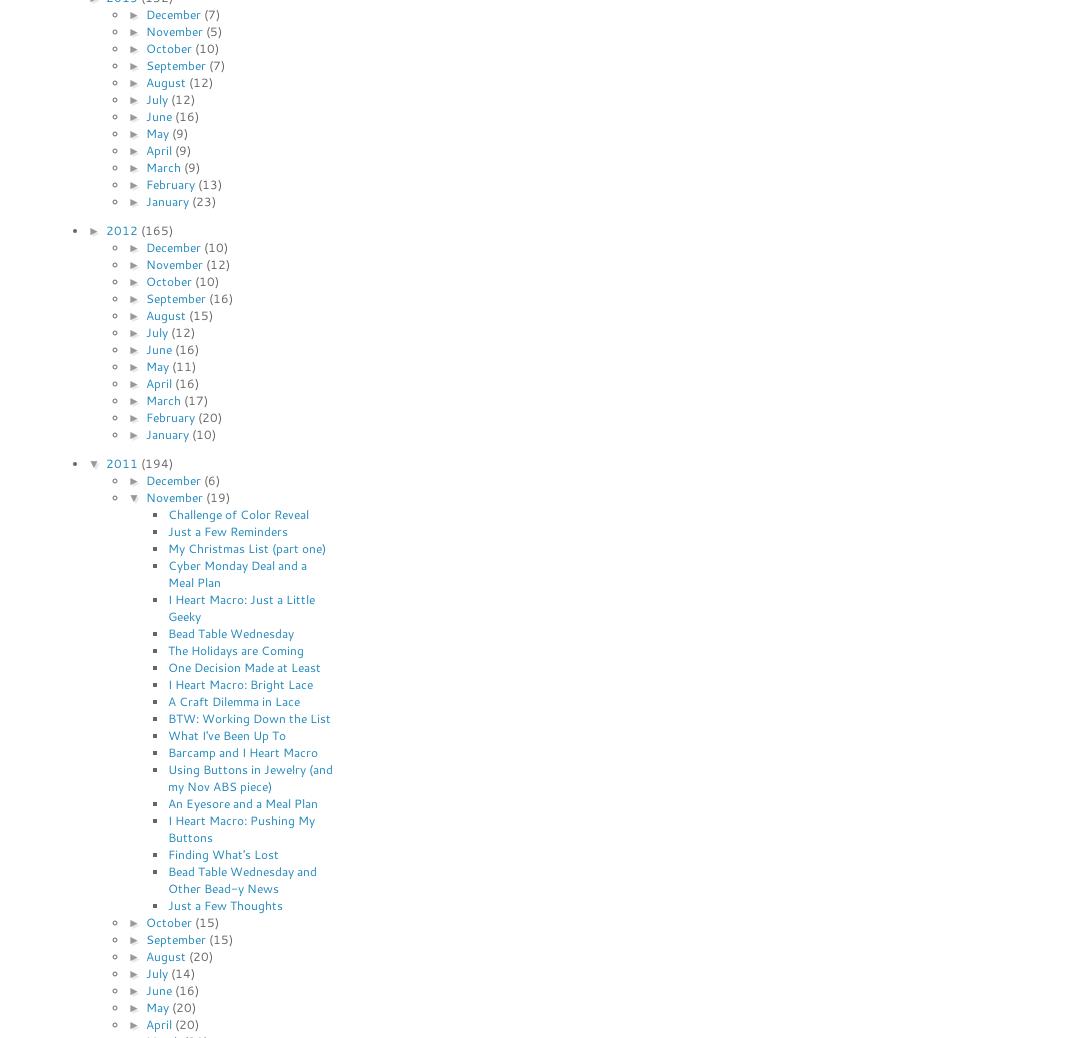  What do you see at coordinates (182, 365) in the screenshot?
I see `'(11)'` at bounding box center [182, 365].